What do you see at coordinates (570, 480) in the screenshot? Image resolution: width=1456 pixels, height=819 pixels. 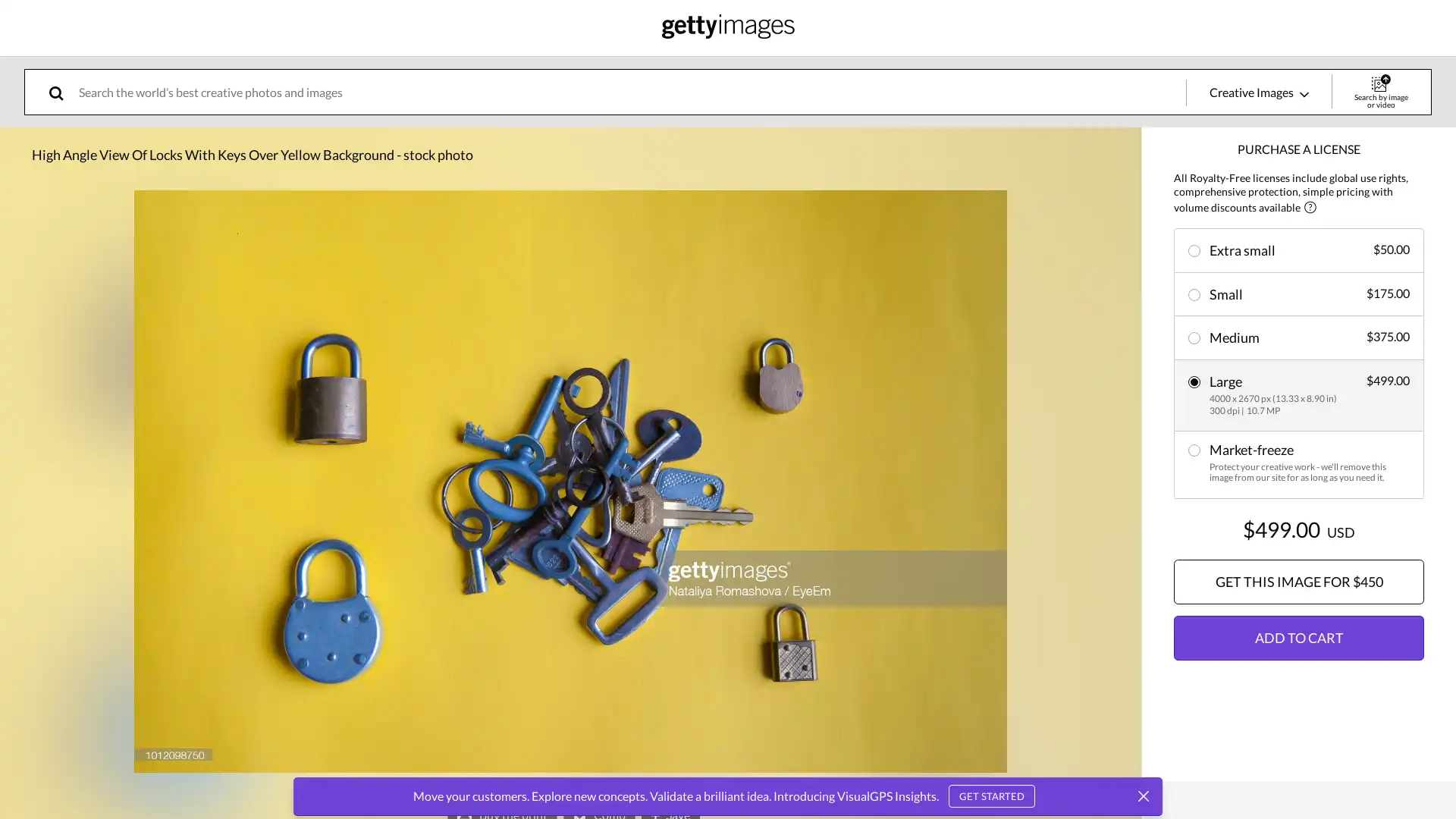 I see `expand` at bounding box center [570, 480].